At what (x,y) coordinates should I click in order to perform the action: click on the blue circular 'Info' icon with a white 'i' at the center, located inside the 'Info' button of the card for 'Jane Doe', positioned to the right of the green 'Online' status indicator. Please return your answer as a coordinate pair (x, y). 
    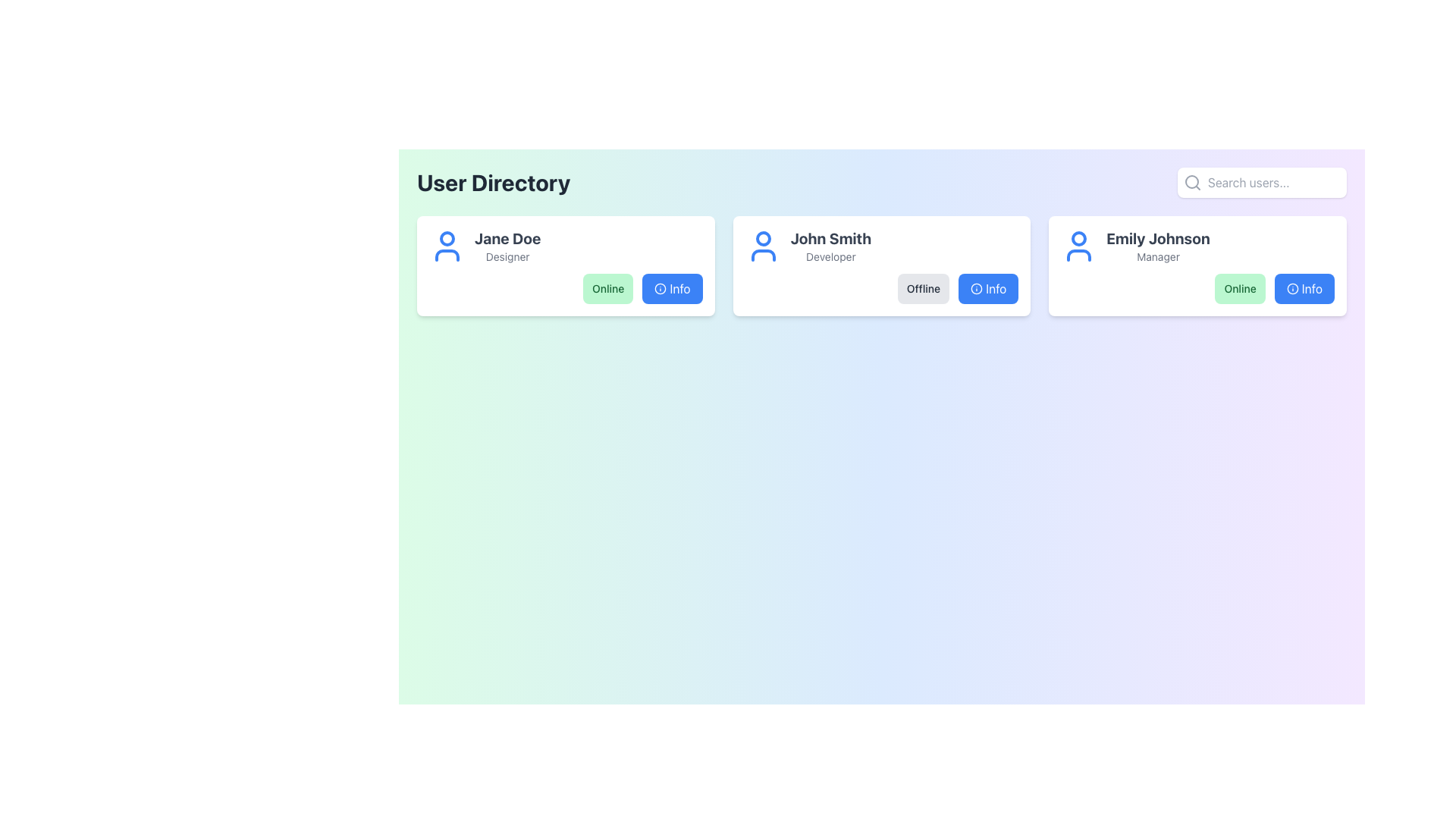
    Looking at the image, I should click on (661, 289).